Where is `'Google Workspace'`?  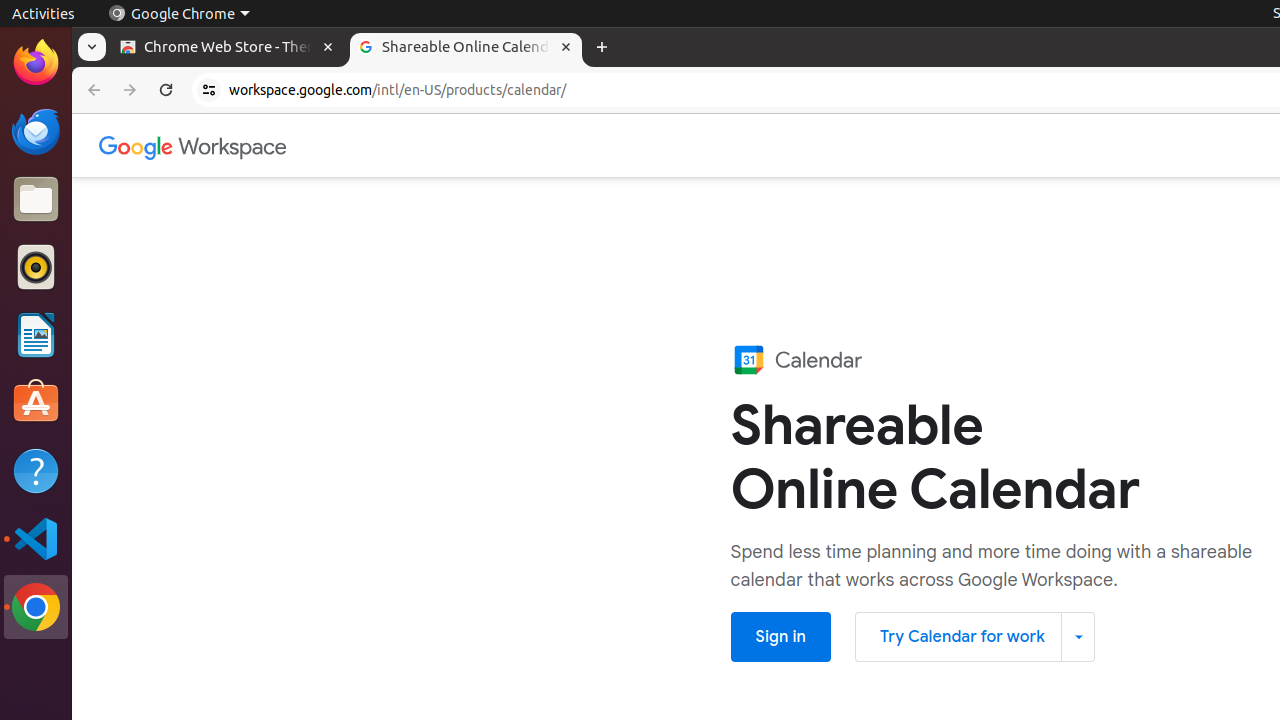 'Google Workspace' is located at coordinates (194, 145).